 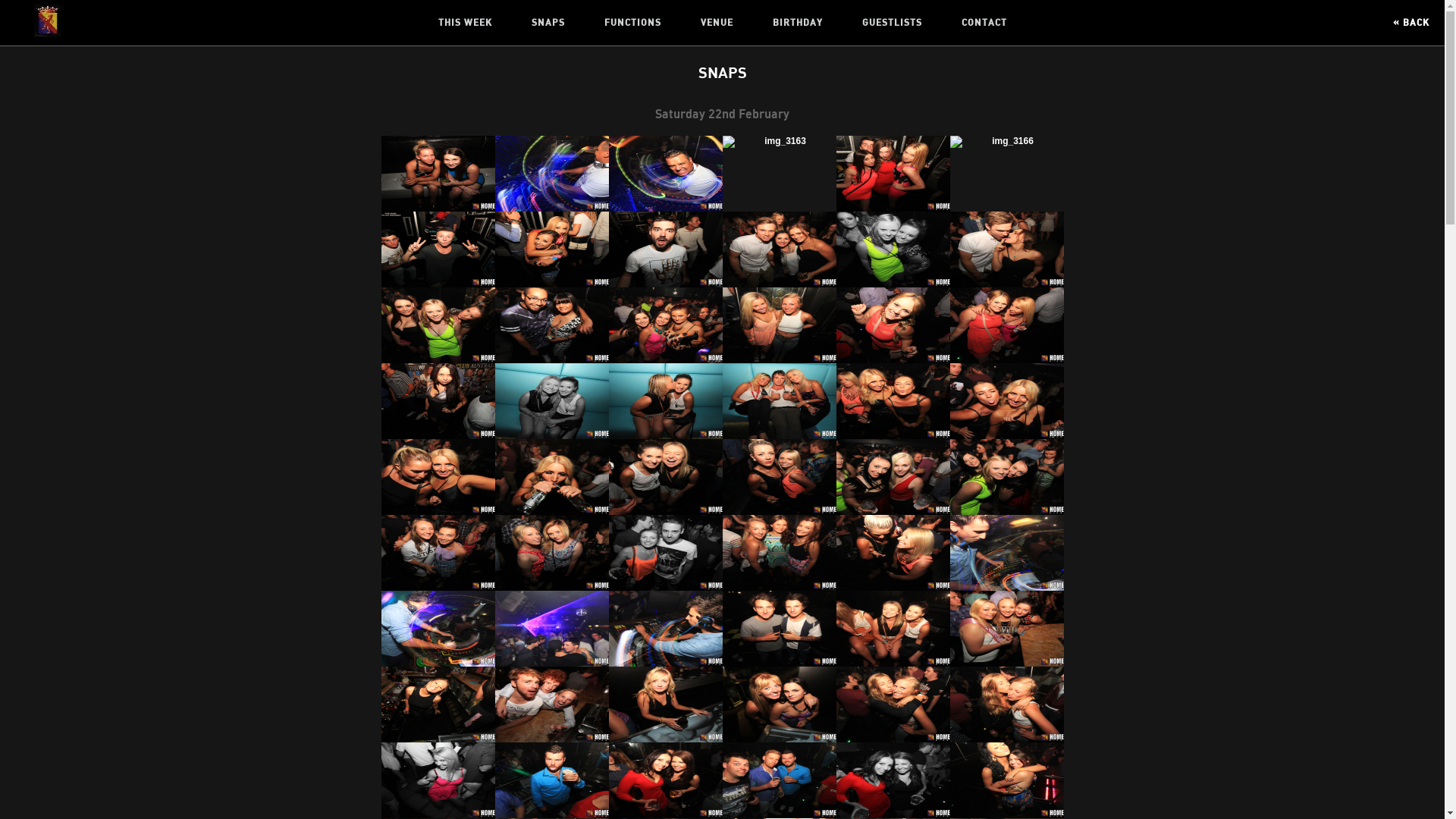 What do you see at coordinates (665, 475) in the screenshot?
I see `' '` at bounding box center [665, 475].